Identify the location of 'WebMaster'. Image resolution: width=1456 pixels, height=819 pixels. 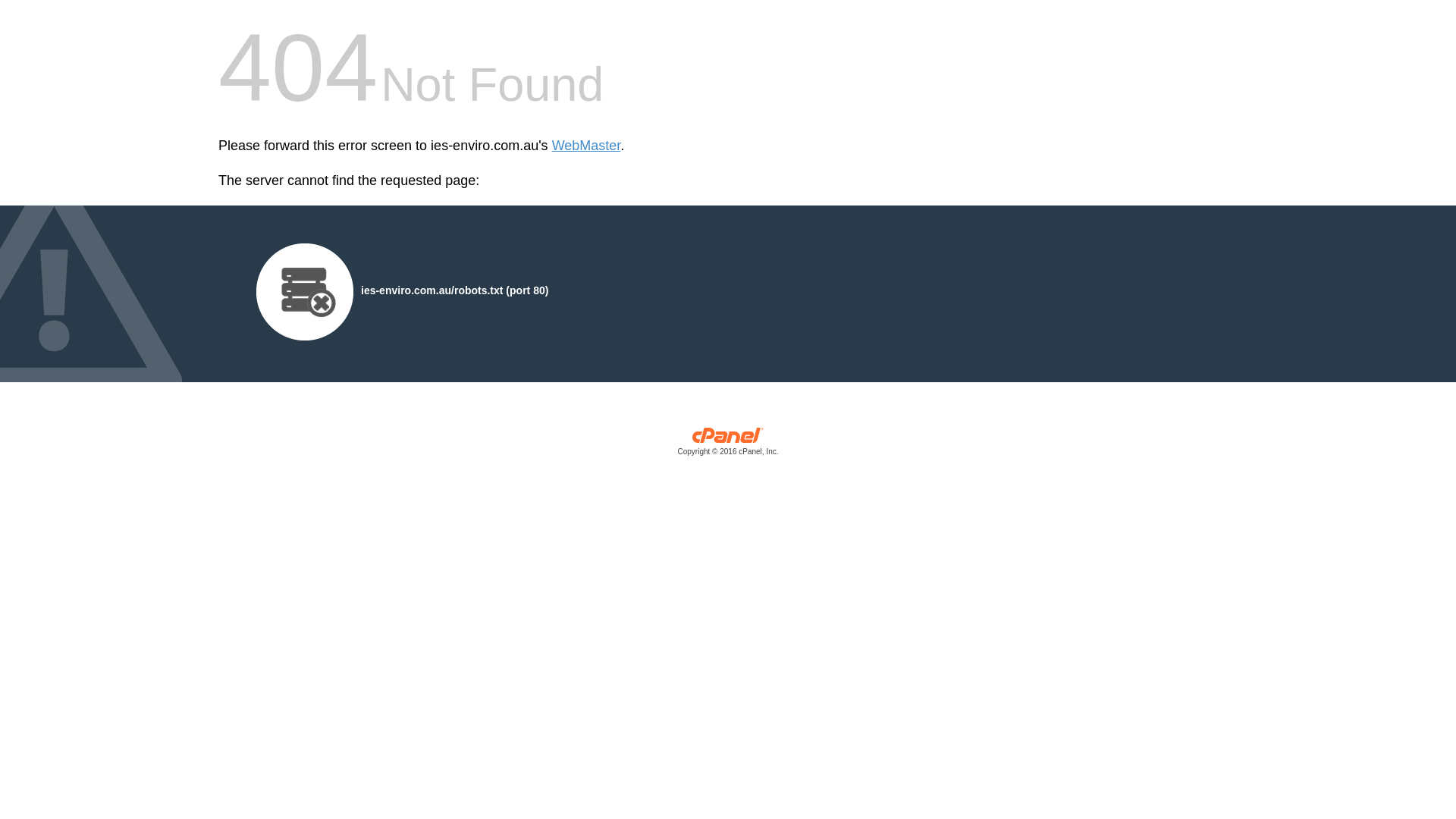
(551, 146).